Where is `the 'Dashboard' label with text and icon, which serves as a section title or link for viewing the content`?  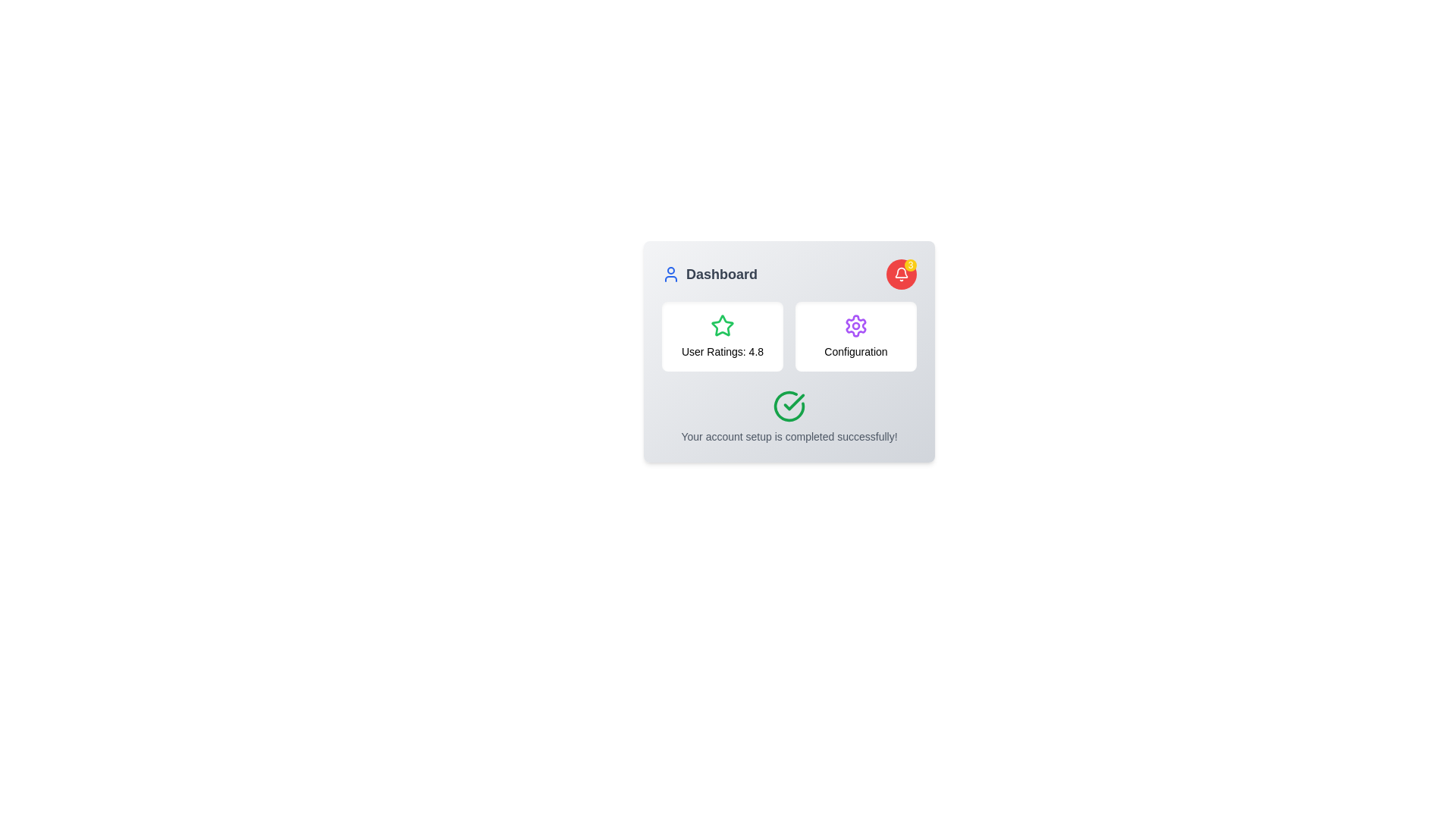 the 'Dashboard' label with text and icon, which serves as a section title or link for viewing the content is located at coordinates (709, 275).